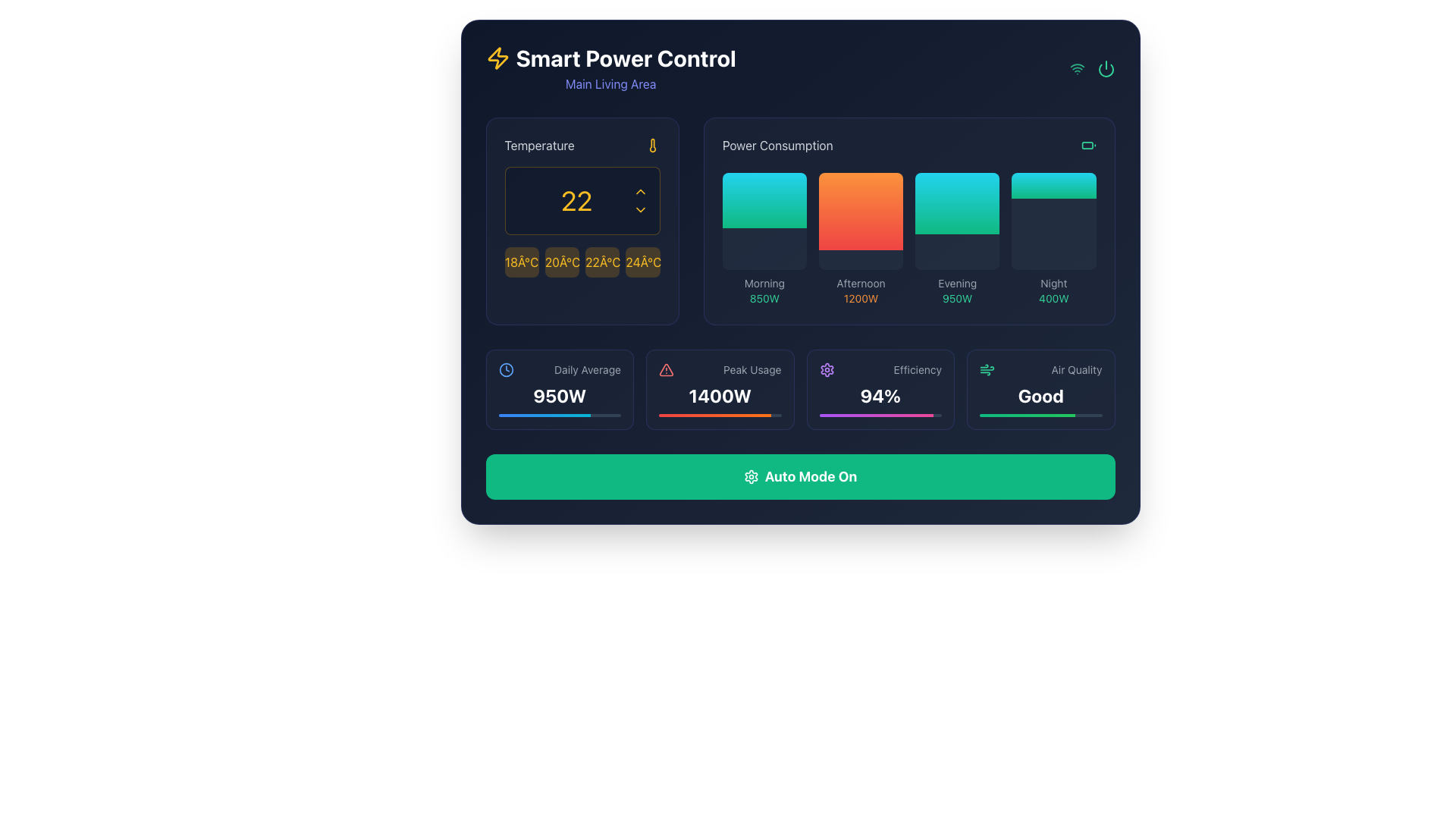 The image size is (1456, 819). What do you see at coordinates (956, 239) in the screenshot?
I see `the graphical data display element conveying power consumption data for the evening period, which is located to the right of the 'Afternoon' element and to the left of the 'Night' element` at bounding box center [956, 239].